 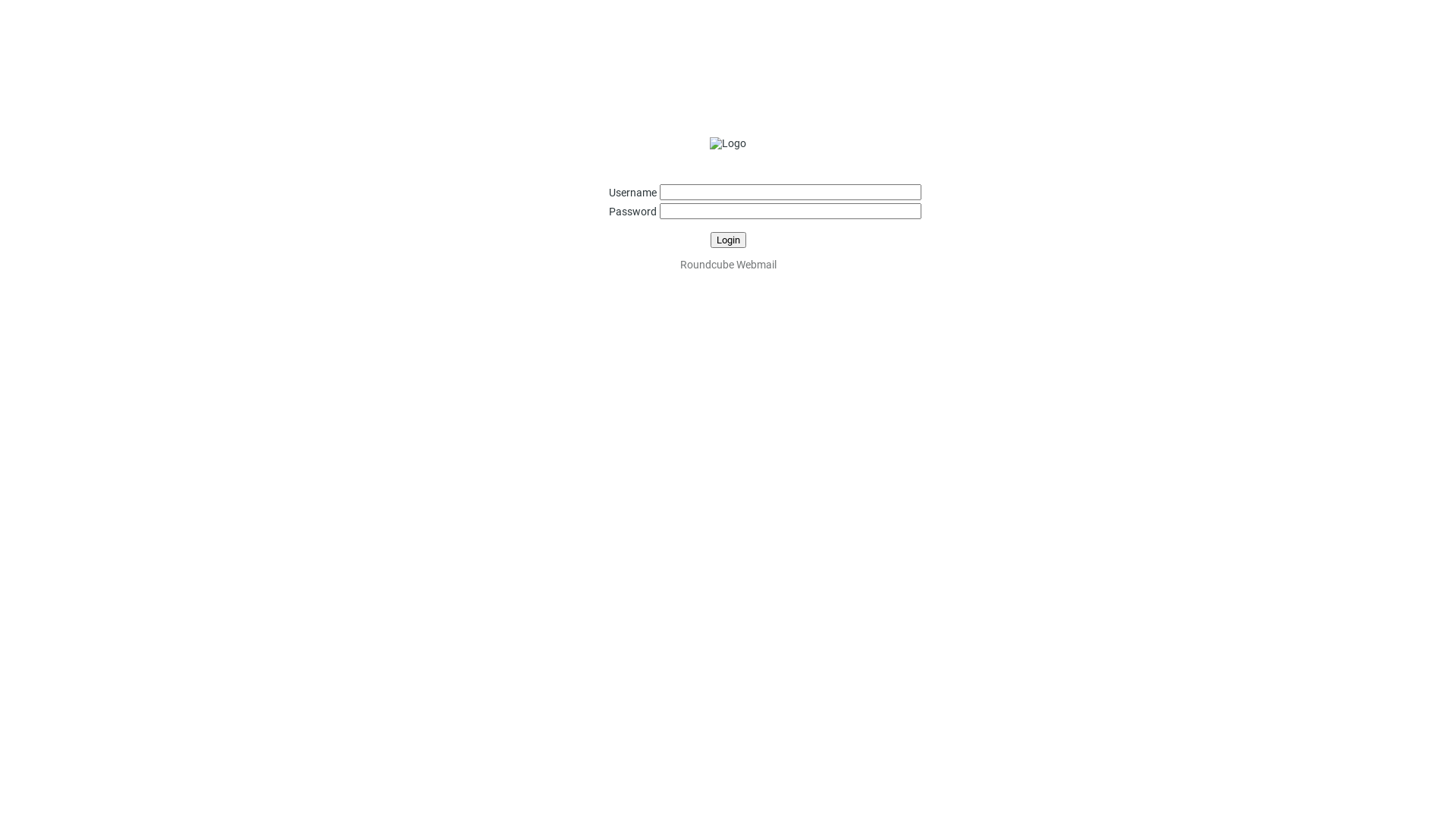 I want to click on 'Login', so click(x=709, y=239).